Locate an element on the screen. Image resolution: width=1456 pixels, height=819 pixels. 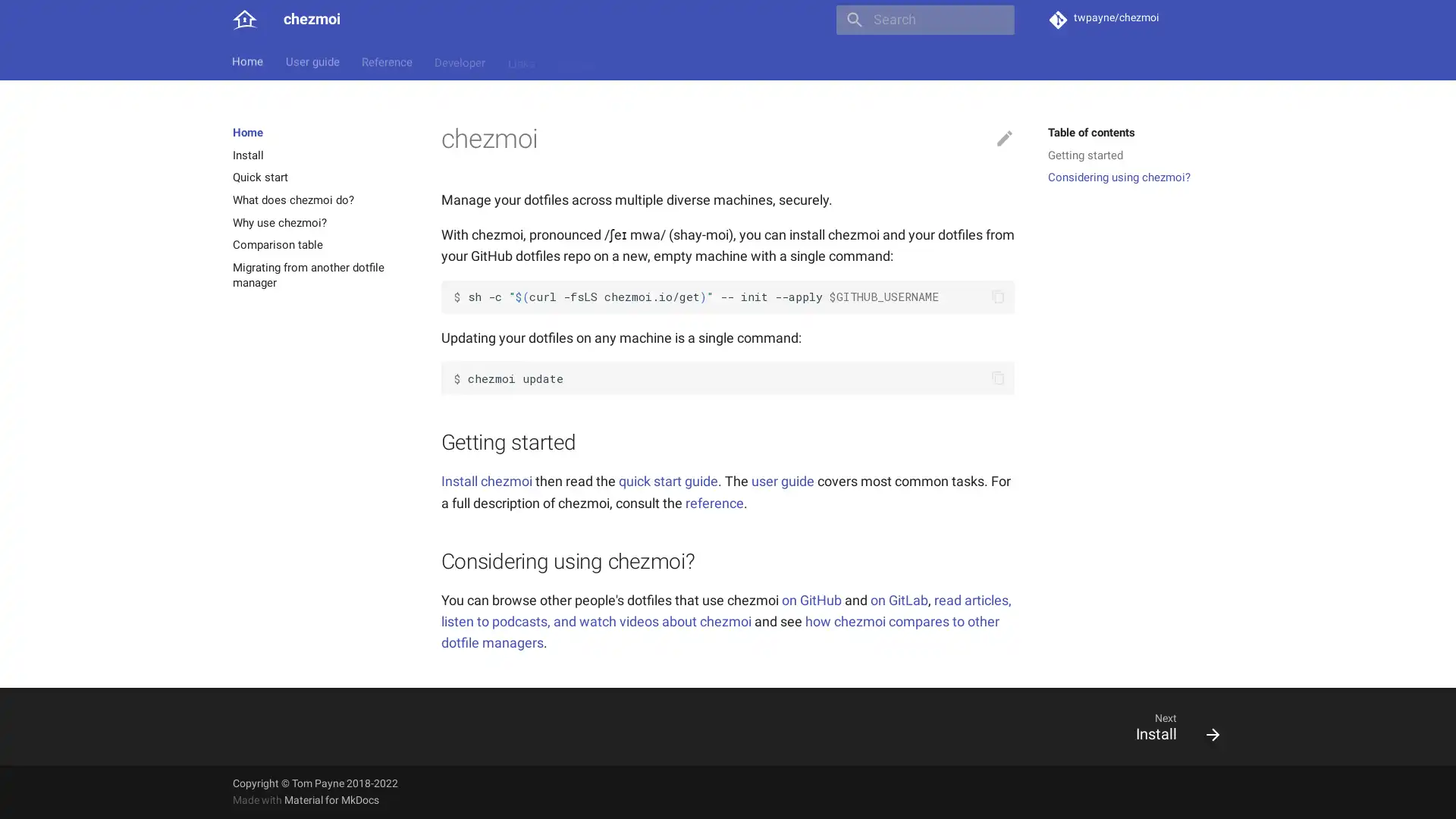
Clear is located at coordinates (996, 20).